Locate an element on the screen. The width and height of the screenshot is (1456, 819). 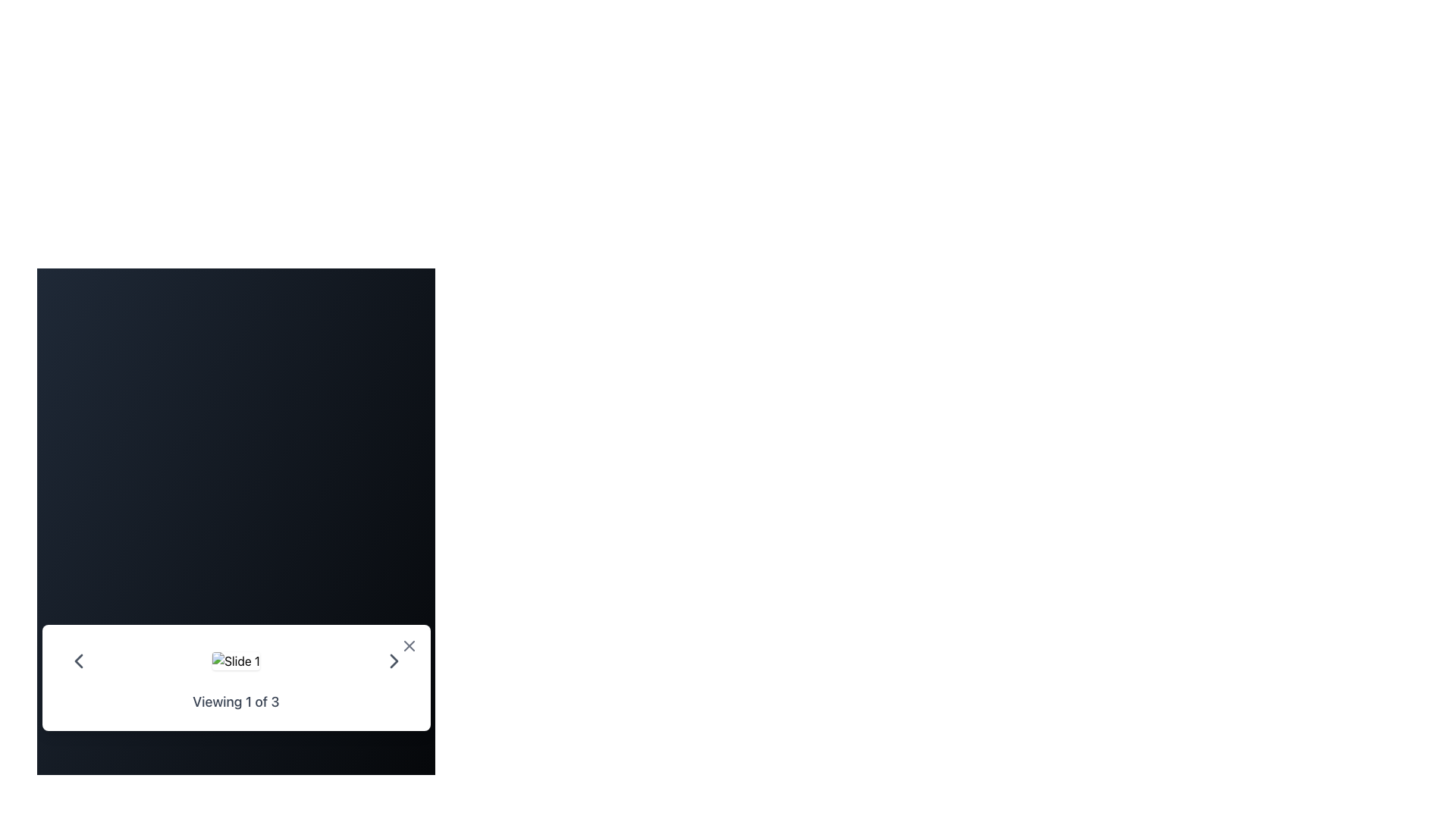
the left-facing arrow icon button styled with a chevron design is located at coordinates (77, 660).